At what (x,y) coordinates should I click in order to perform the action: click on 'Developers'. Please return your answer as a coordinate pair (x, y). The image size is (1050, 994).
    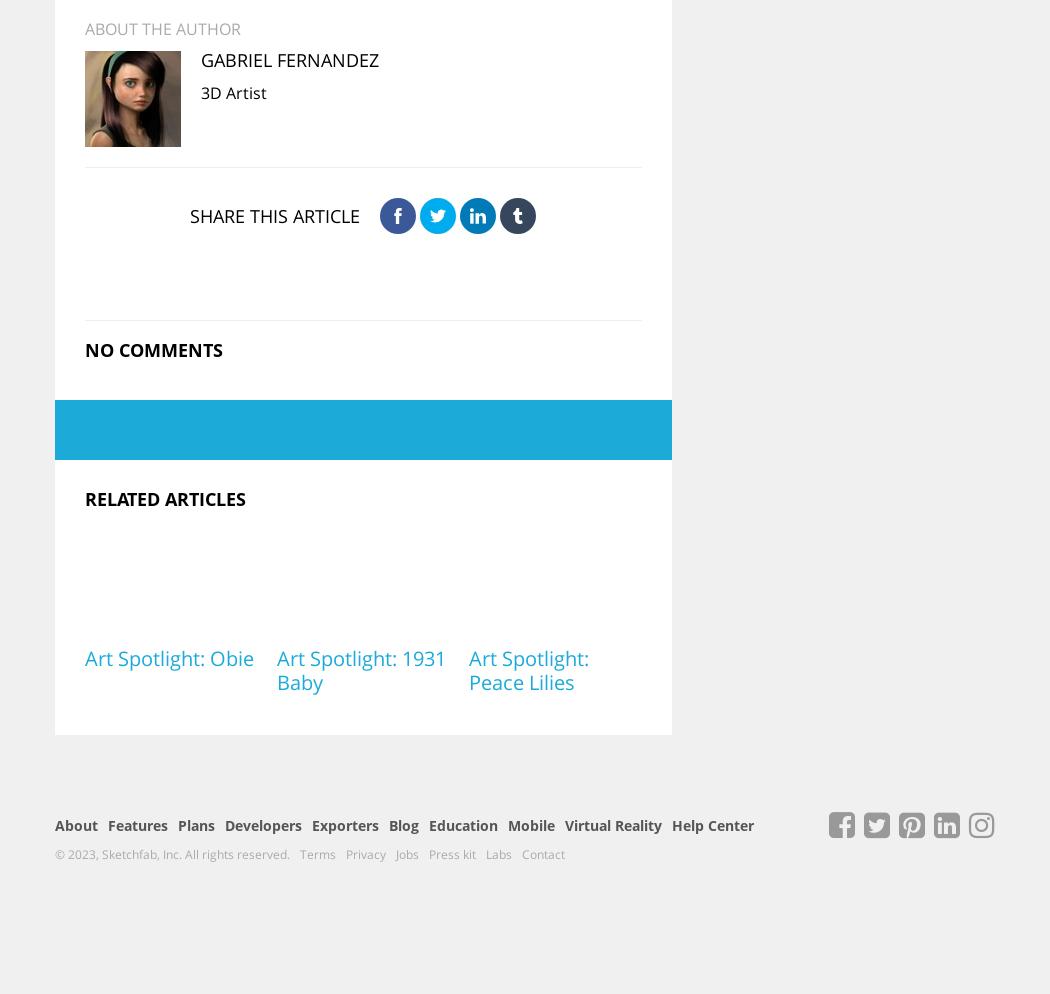
    Looking at the image, I should click on (262, 824).